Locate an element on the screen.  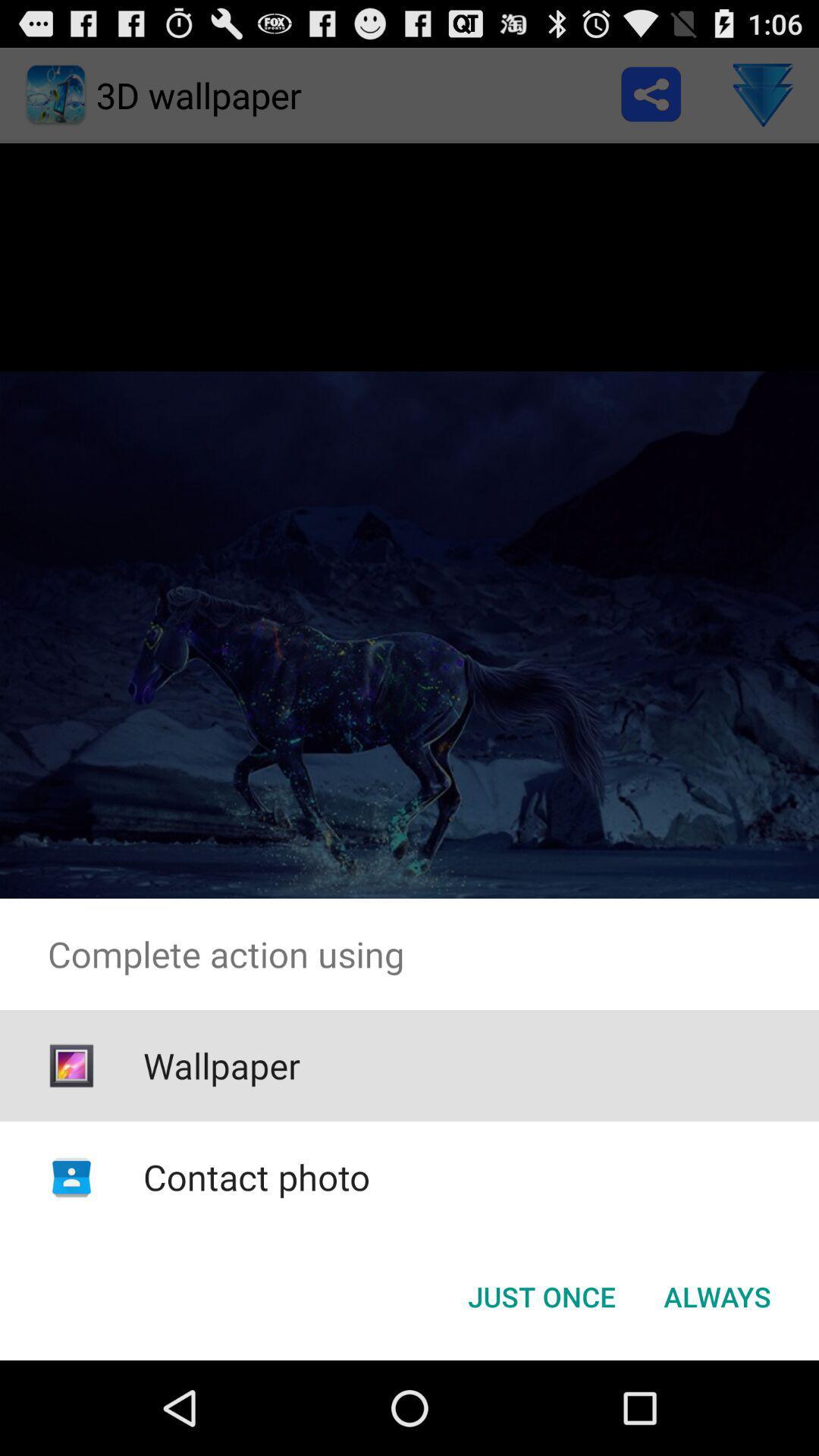
button to the right of the just once icon is located at coordinates (717, 1295).